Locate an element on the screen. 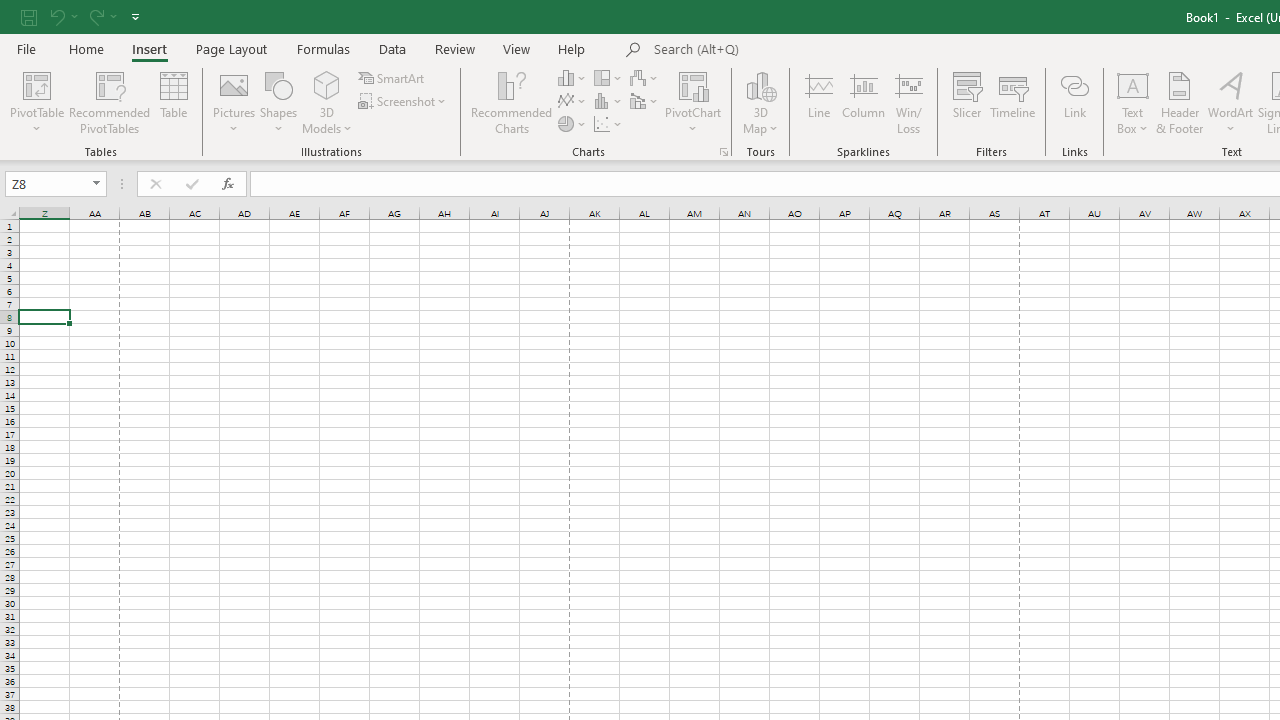 Image resolution: width=1280 pixels, height=720 pixels. 'Screenshot' is located at coordinates (402, 101).